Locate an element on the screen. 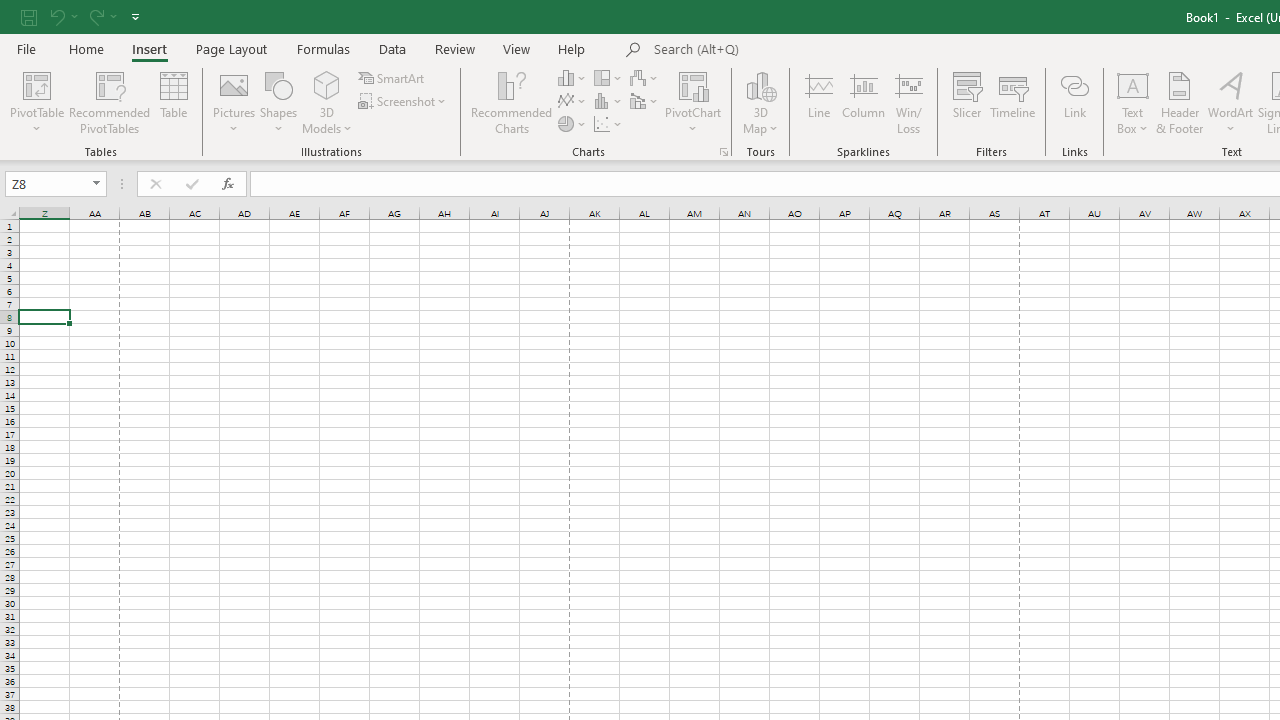 Image resolution: width=1280 pixels, height=720 pixels. 'Screenshot' is located at coordinates (402, 101).